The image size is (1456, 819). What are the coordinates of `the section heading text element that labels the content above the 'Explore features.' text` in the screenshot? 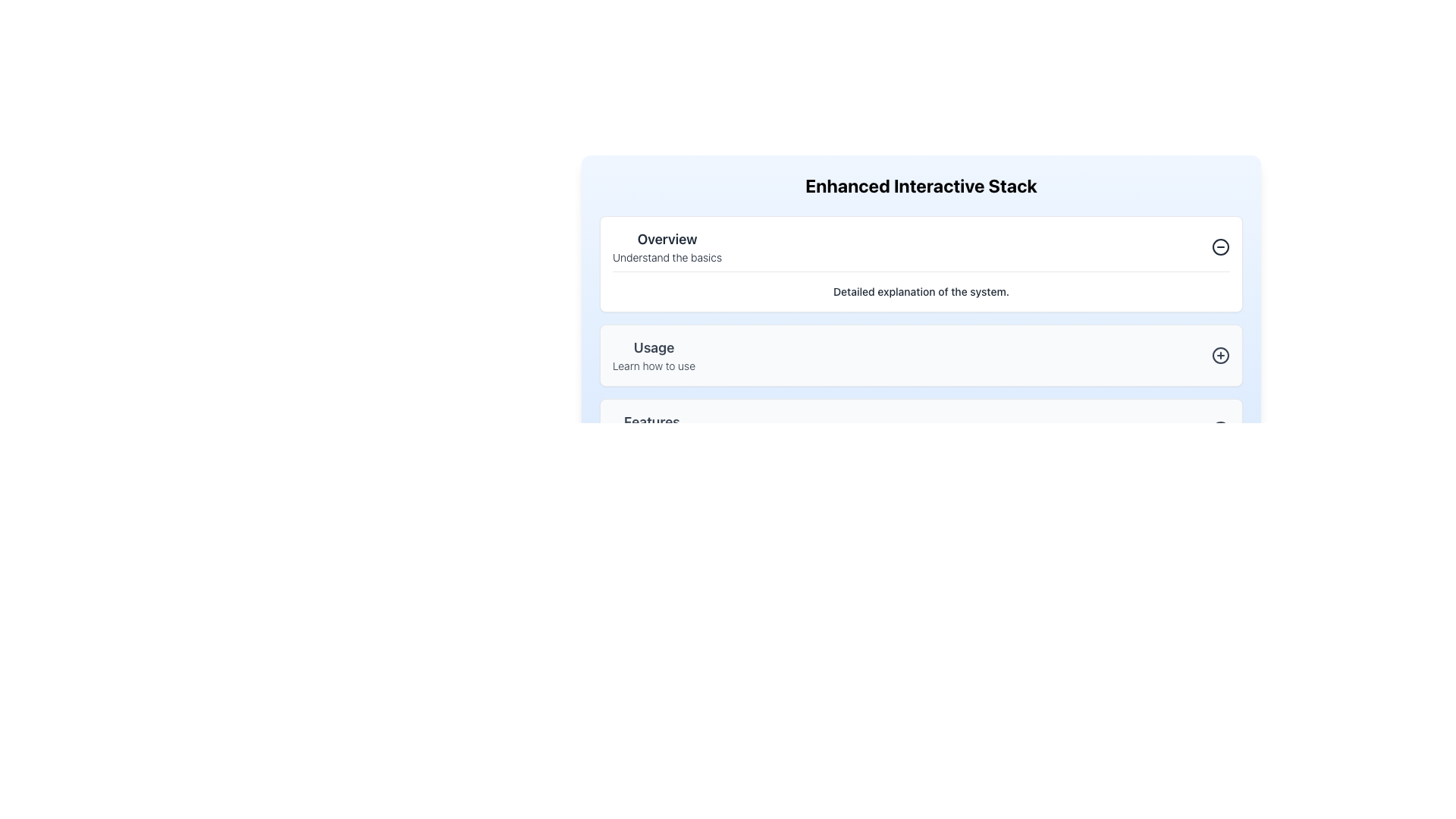 It's located at (651, 422).